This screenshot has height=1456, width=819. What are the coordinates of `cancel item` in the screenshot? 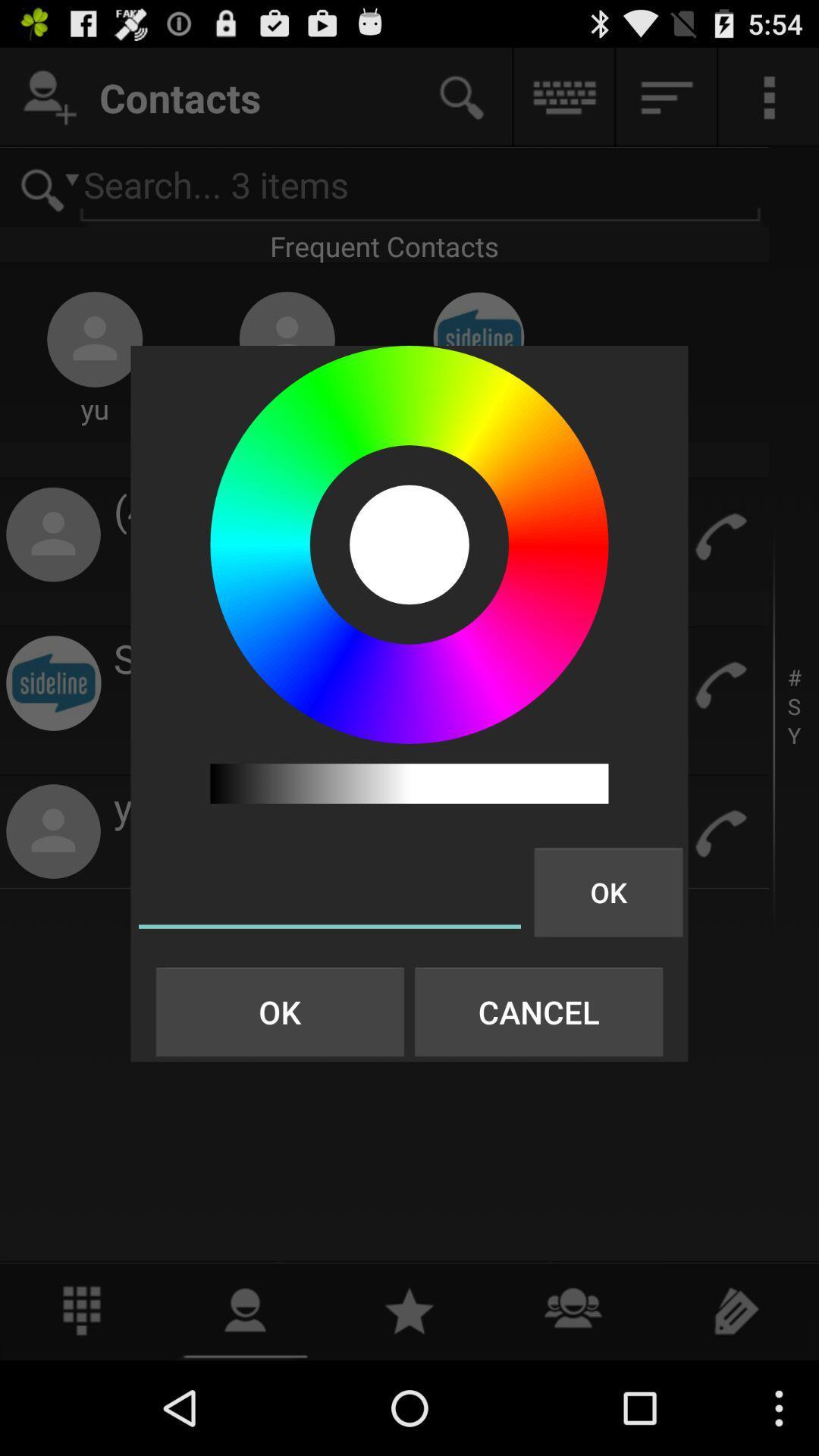 It's located at (538, 1012).